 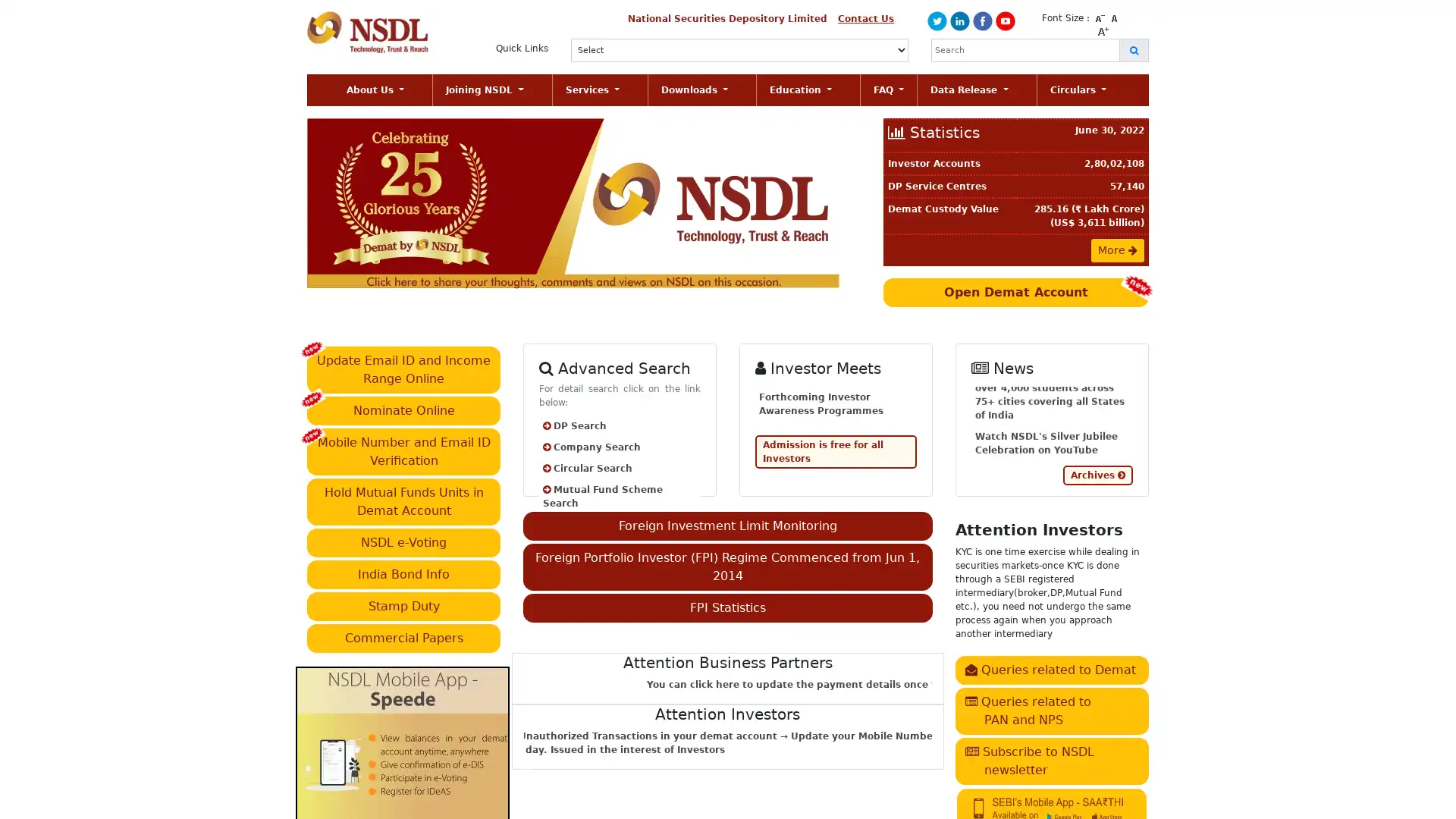 What do you see at coordinates (403, 369) in the screenshot?
I see `Update Email ID and Income Range Online` at bounding box center [403, 369].